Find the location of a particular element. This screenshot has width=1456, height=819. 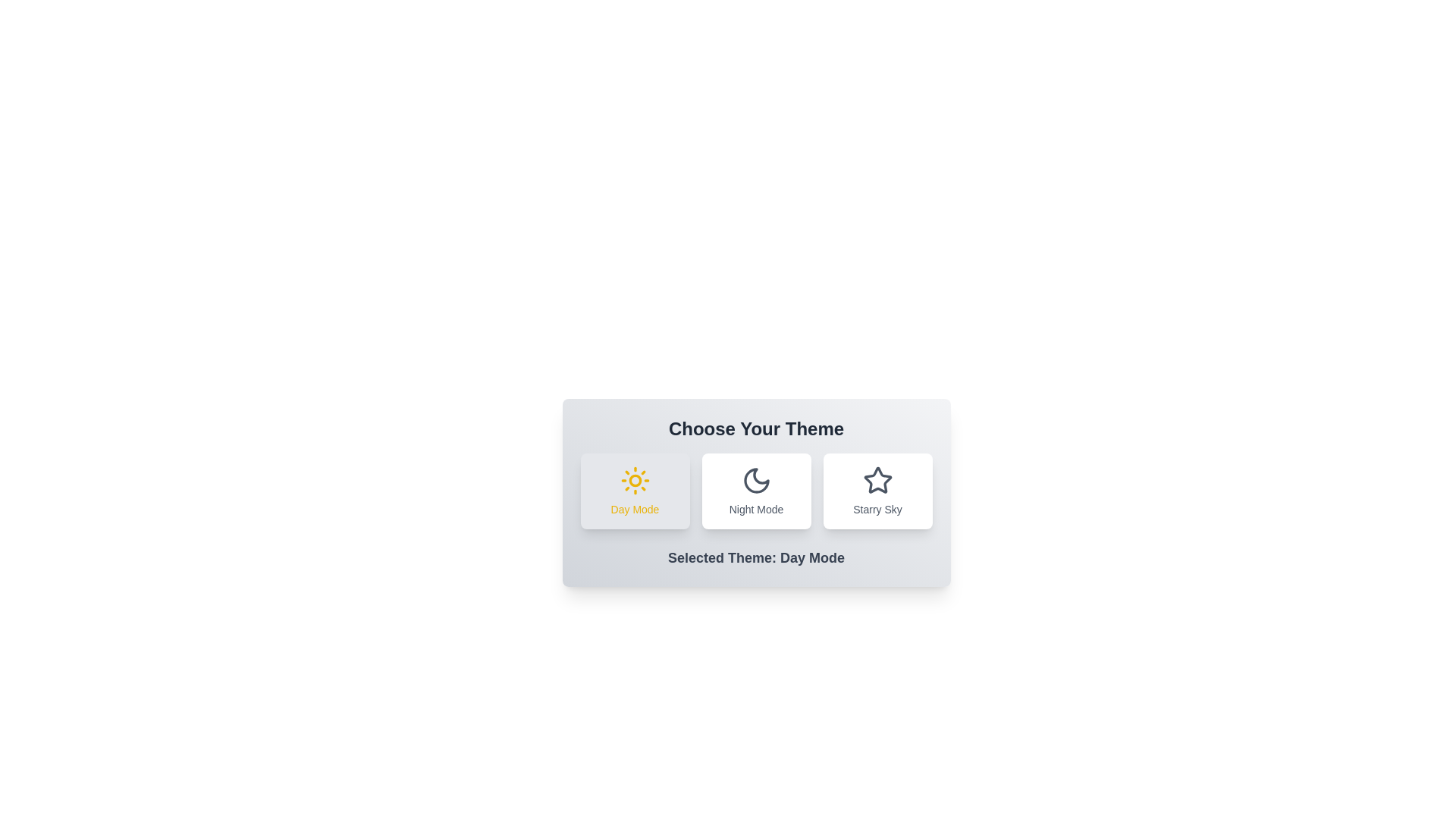

the theme Day Mode by clicking on its corresponding button is located at coordinates (635, 491).